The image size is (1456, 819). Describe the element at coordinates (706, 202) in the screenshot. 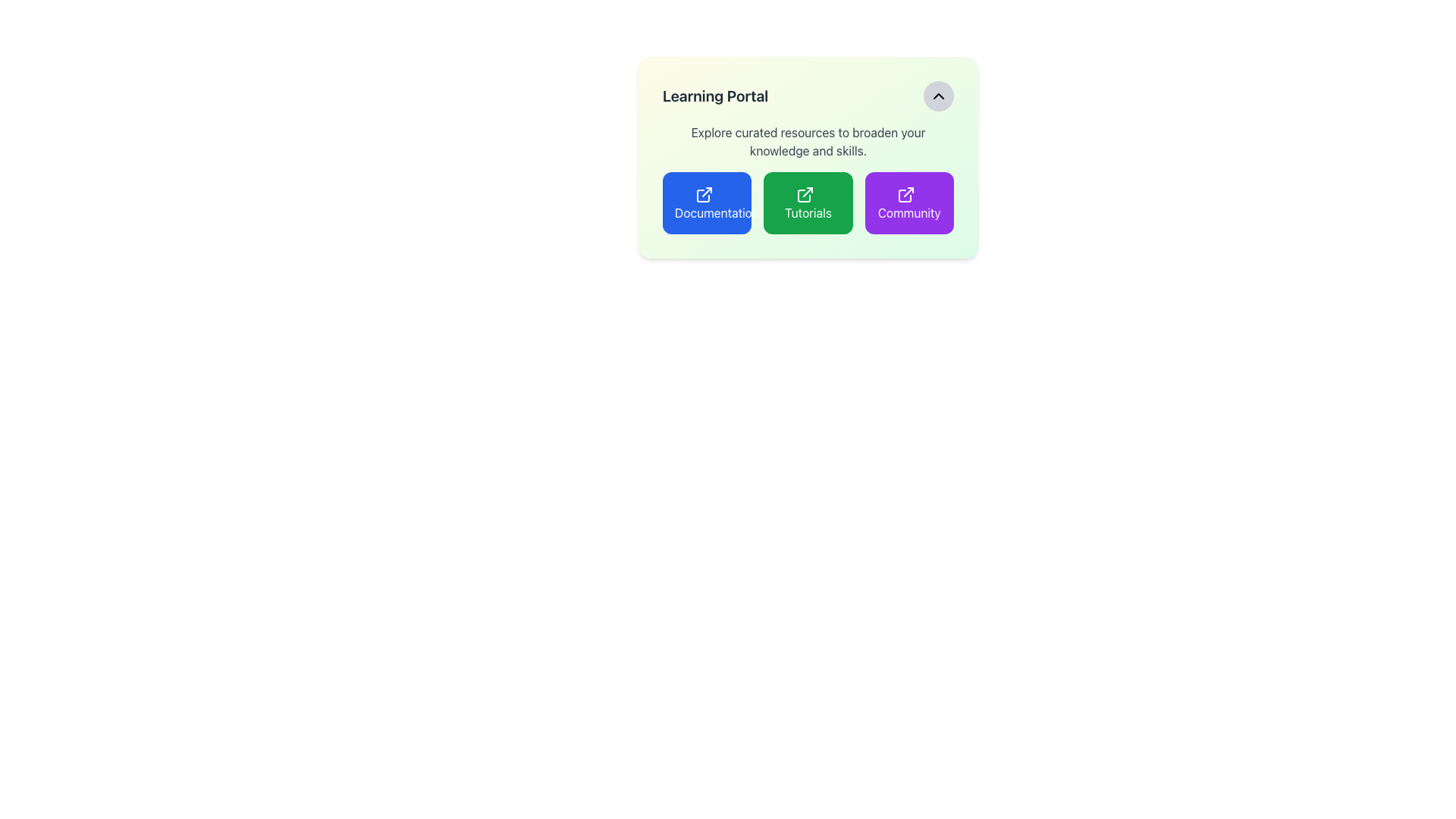

I see `the blue button labeled 'Documentation' with rounded corners to observe the color change` at that location.